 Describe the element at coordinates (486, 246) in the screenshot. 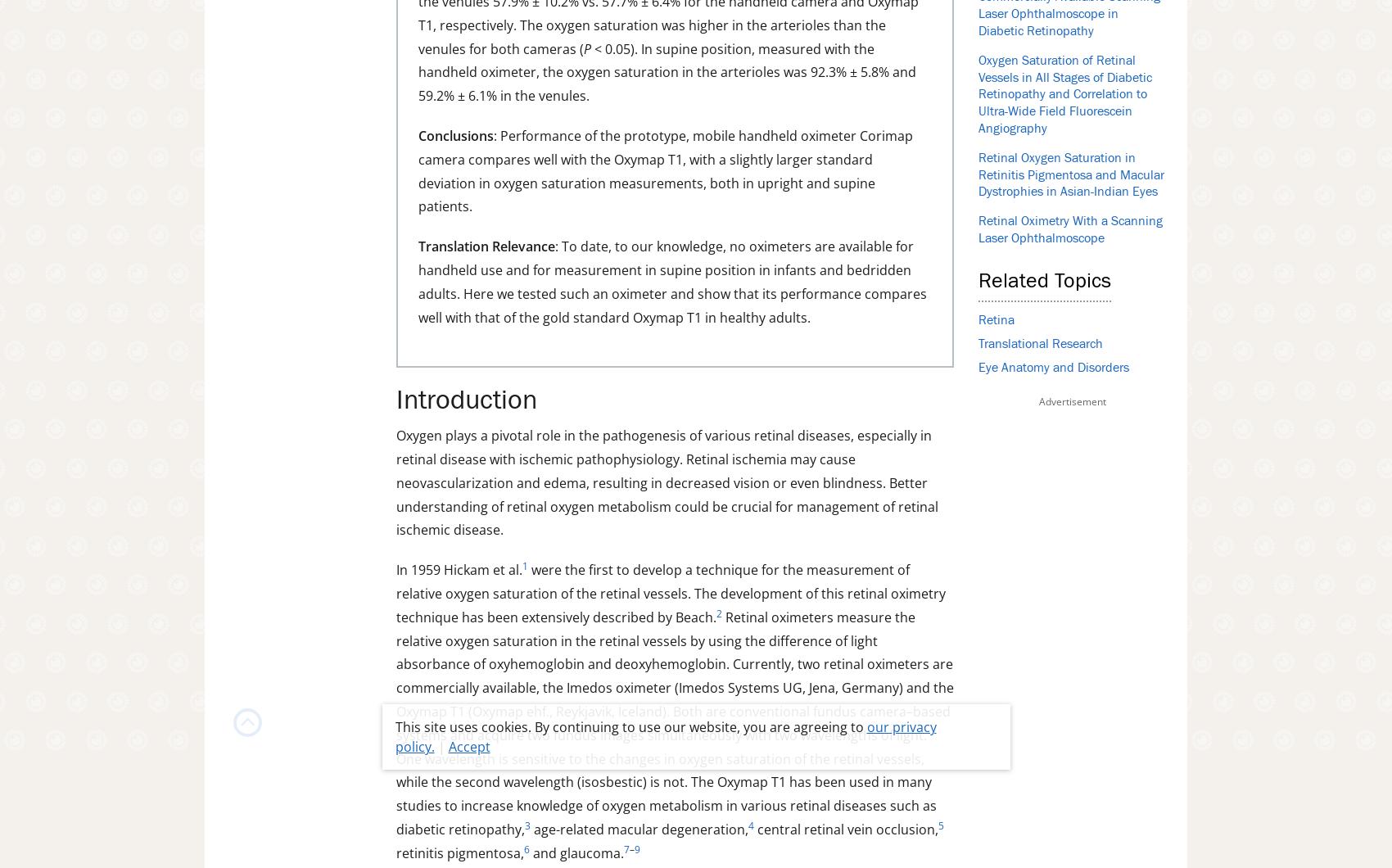

I see `'Translation Relevance'` at that location.